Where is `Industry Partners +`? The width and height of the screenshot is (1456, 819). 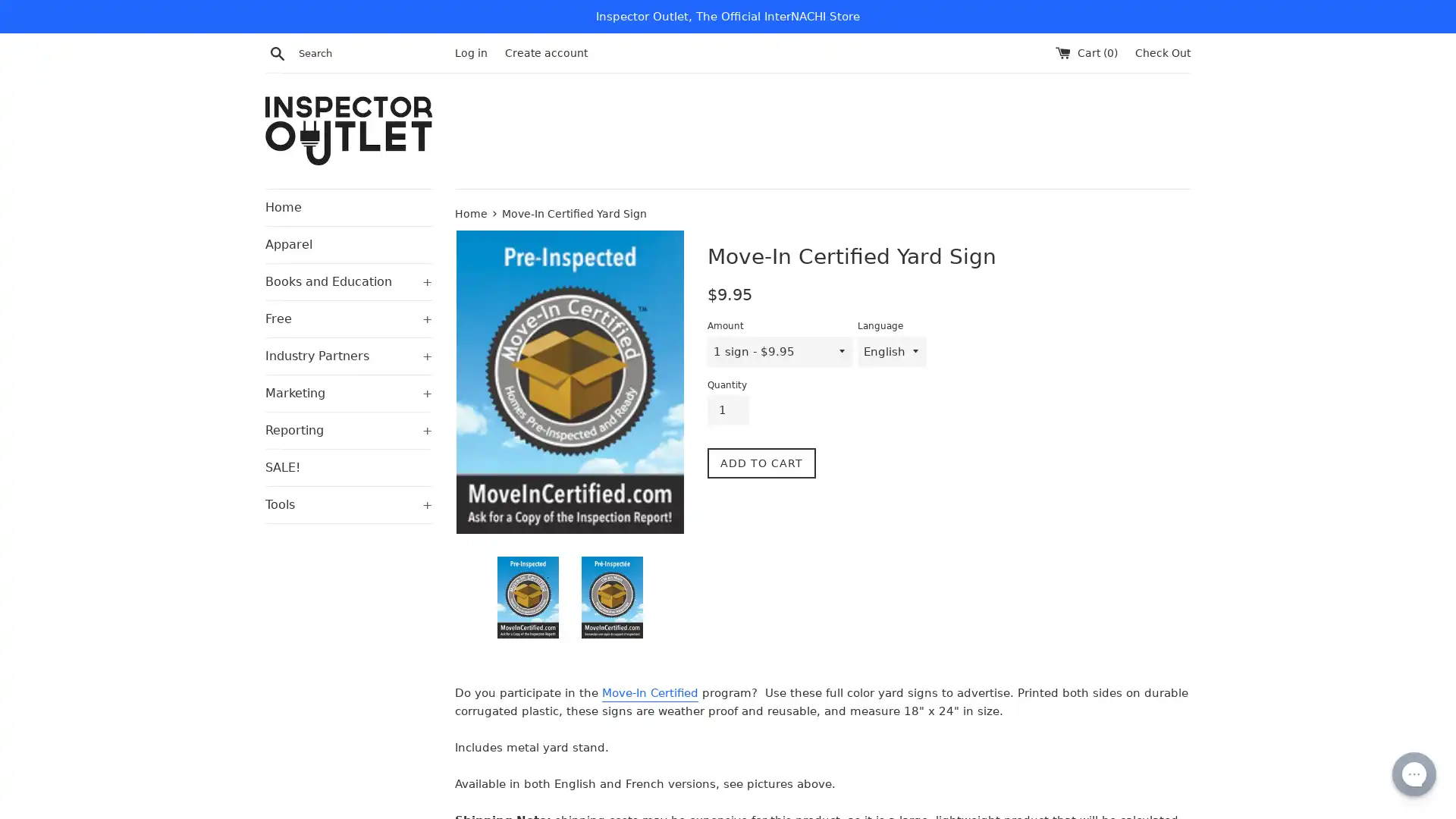
Industry Partners + is located at coordinates (348, 356).